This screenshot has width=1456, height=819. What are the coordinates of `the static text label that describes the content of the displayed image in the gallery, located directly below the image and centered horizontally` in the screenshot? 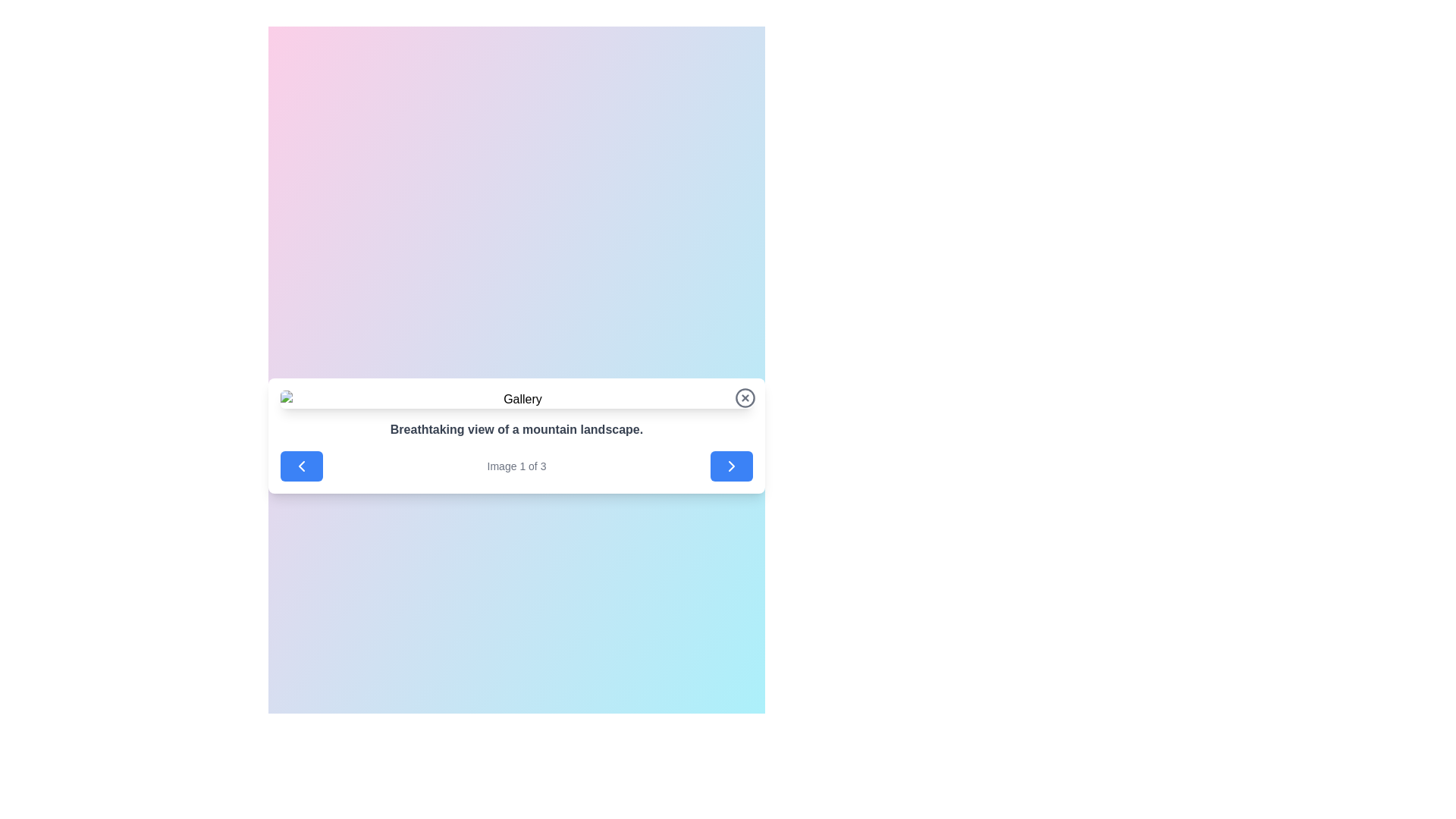 It's located at (516, 430).